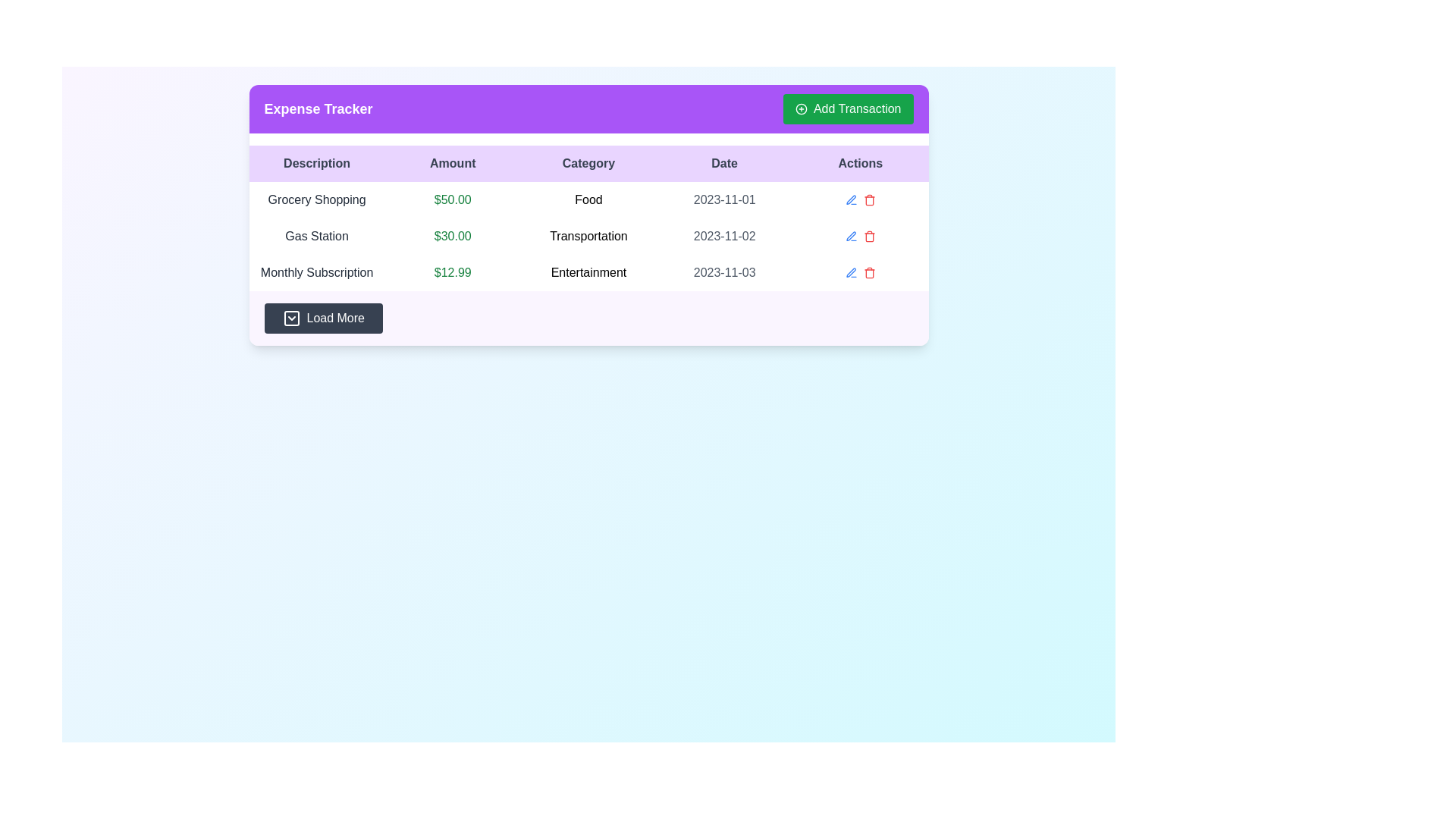 The width and height of the screenshot is (1456, 819). I want to click on the central circular icon of the 'Add Transaction' button located at the top-right section of the interface, so click(800, 108).